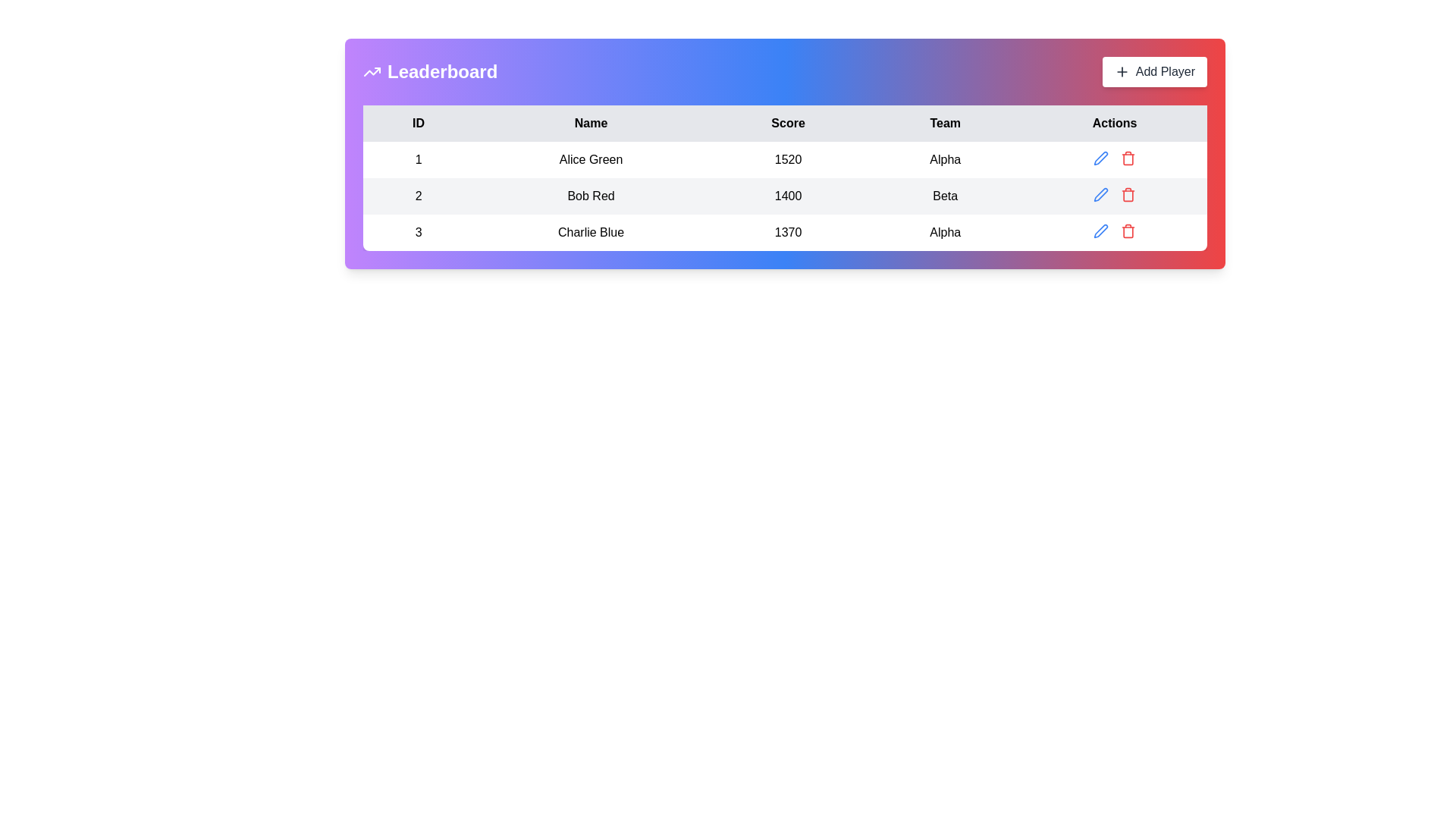  Describe the element at coordinates (788, 195) in the screenshot. I see `the score value text label for the entry 'Bob Red'` at that location.